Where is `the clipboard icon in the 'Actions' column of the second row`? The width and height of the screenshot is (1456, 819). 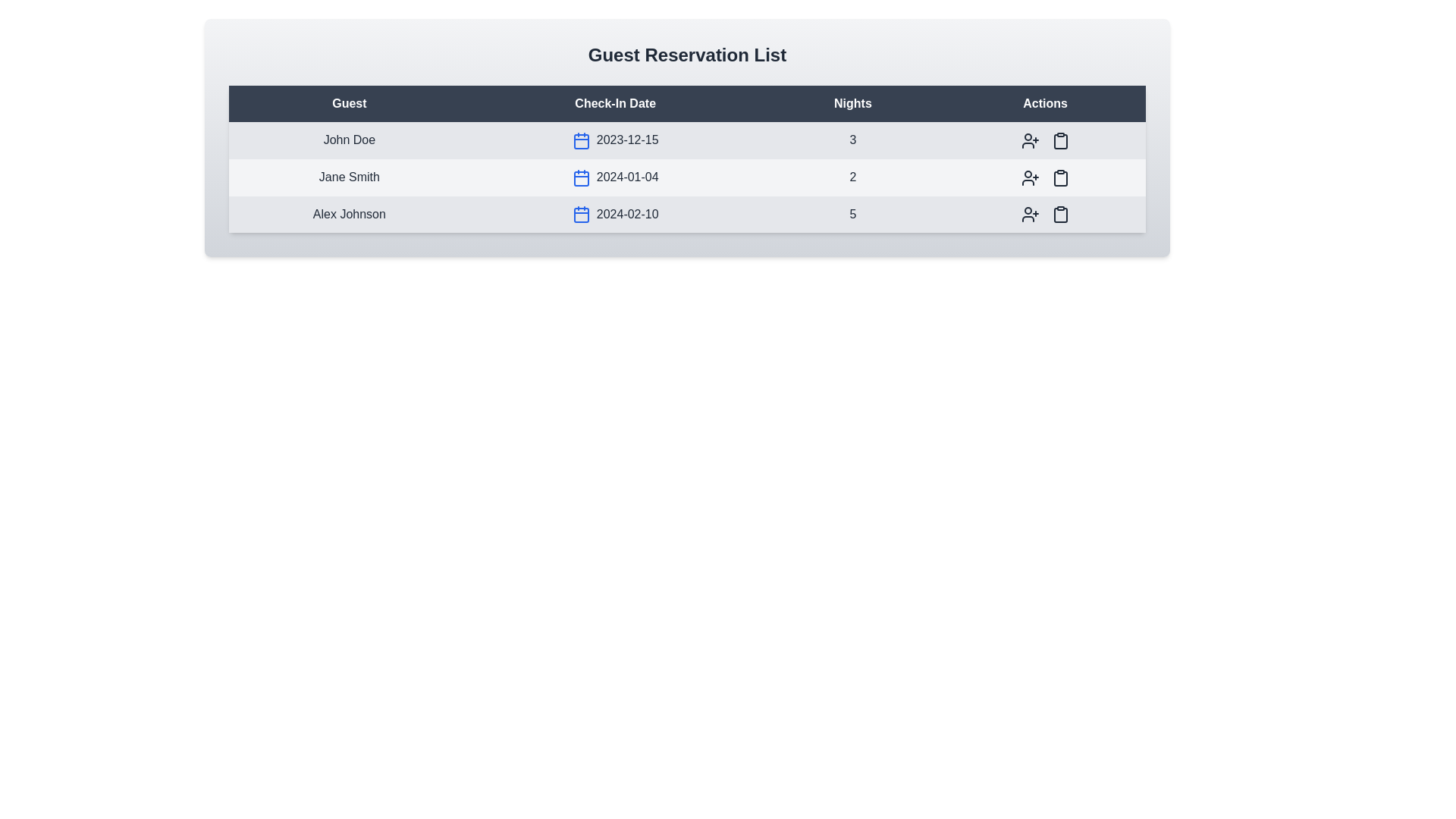
the clipboard icon in the 'Actions' column of the second row is located at coordinates (1059, 177).